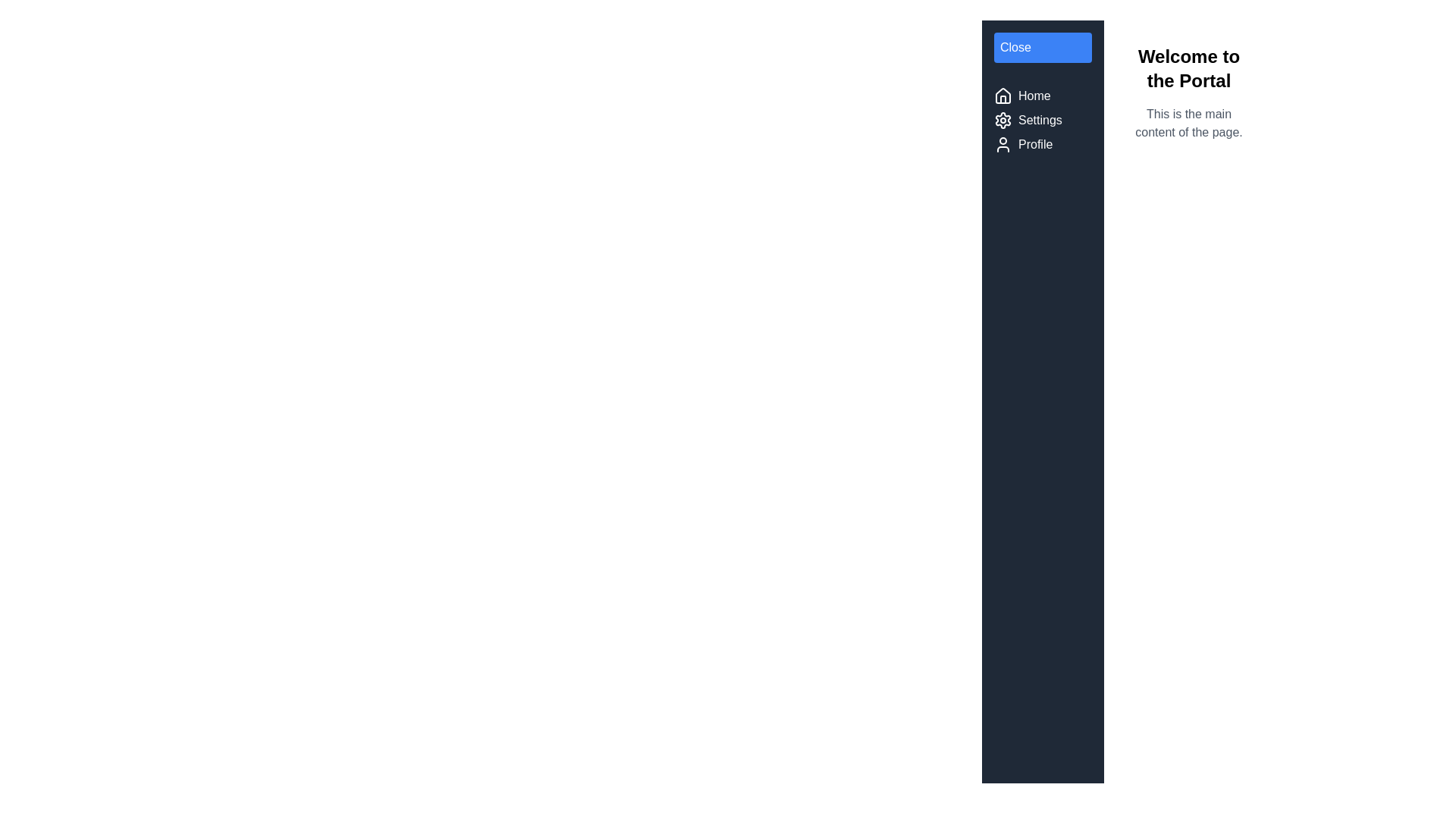 This screenshot has width=1456, height=819. What do you see at coordinates (1003, 119) in the screenshot?
I see `the cogwheel icon within the SVG graphics element located in the left sidebar of the navigation menu` at bounding box center [1003, 119].